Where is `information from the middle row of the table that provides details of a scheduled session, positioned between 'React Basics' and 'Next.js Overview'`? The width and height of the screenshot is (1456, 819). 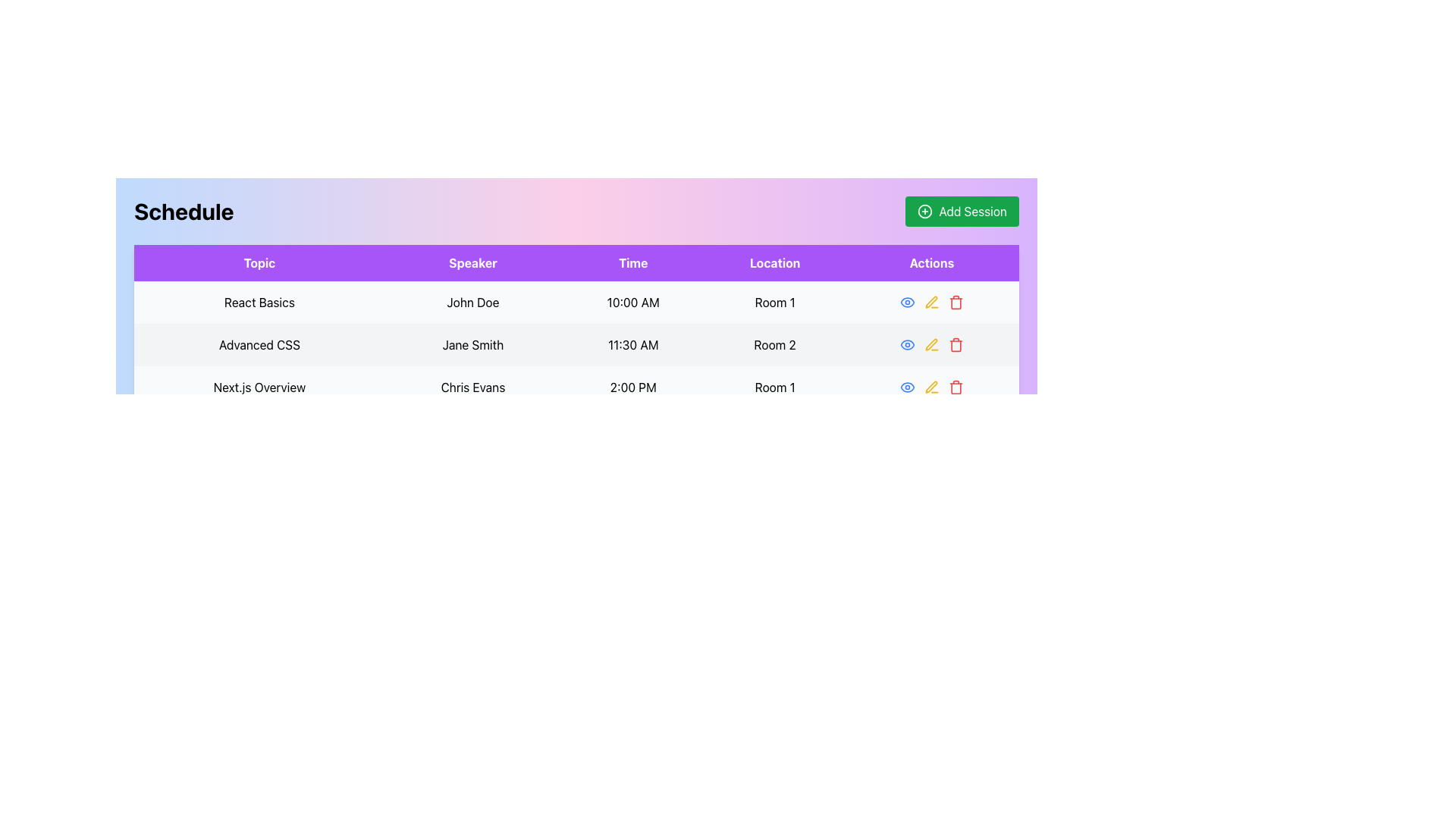 information from the middle row of the table that provides details of a scheduled session, positioned between 'React Basics' and 'Next.js Overview' is located at coordinates (576, 345).